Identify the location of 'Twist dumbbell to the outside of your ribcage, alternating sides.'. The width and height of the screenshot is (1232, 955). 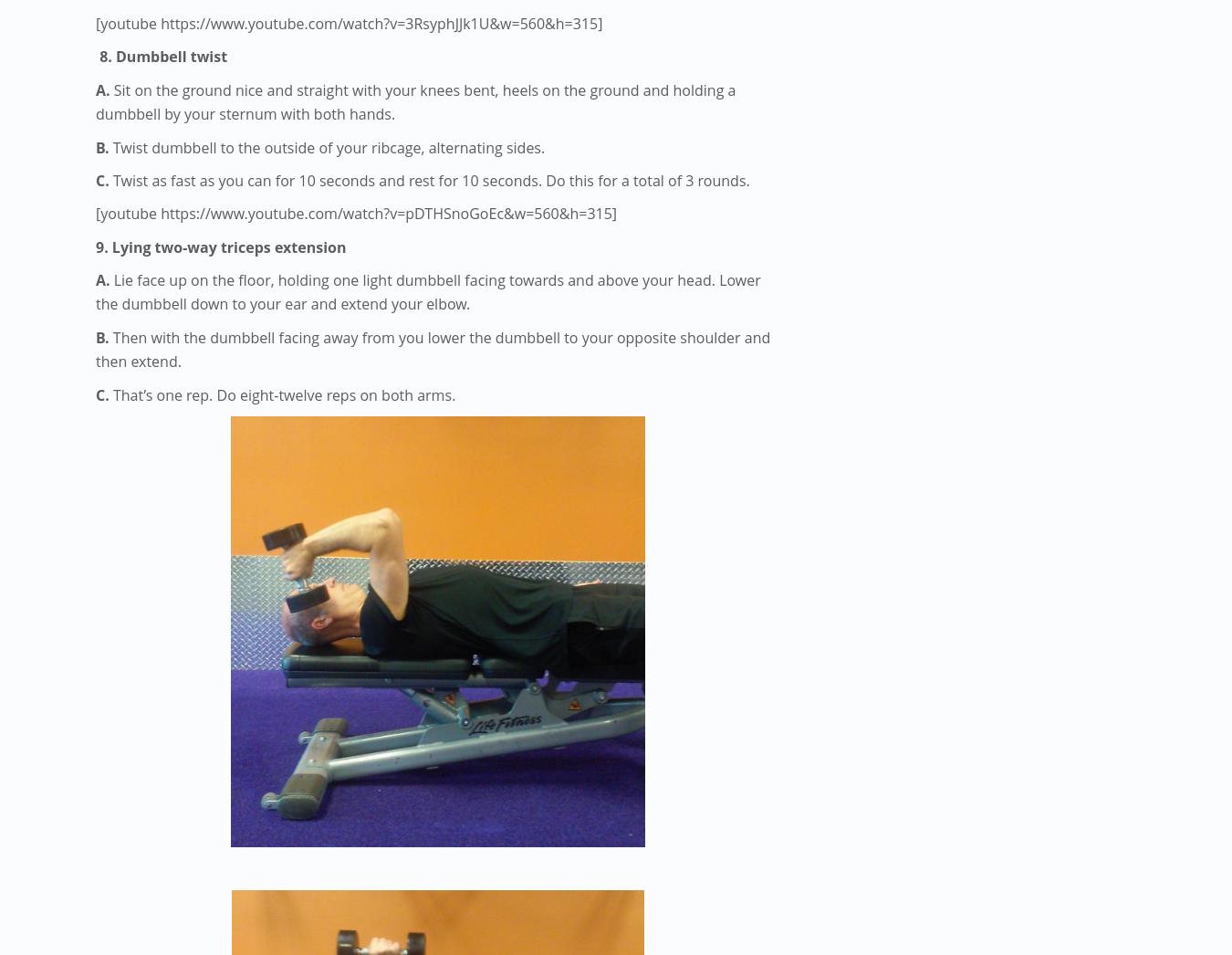
(329, 146).